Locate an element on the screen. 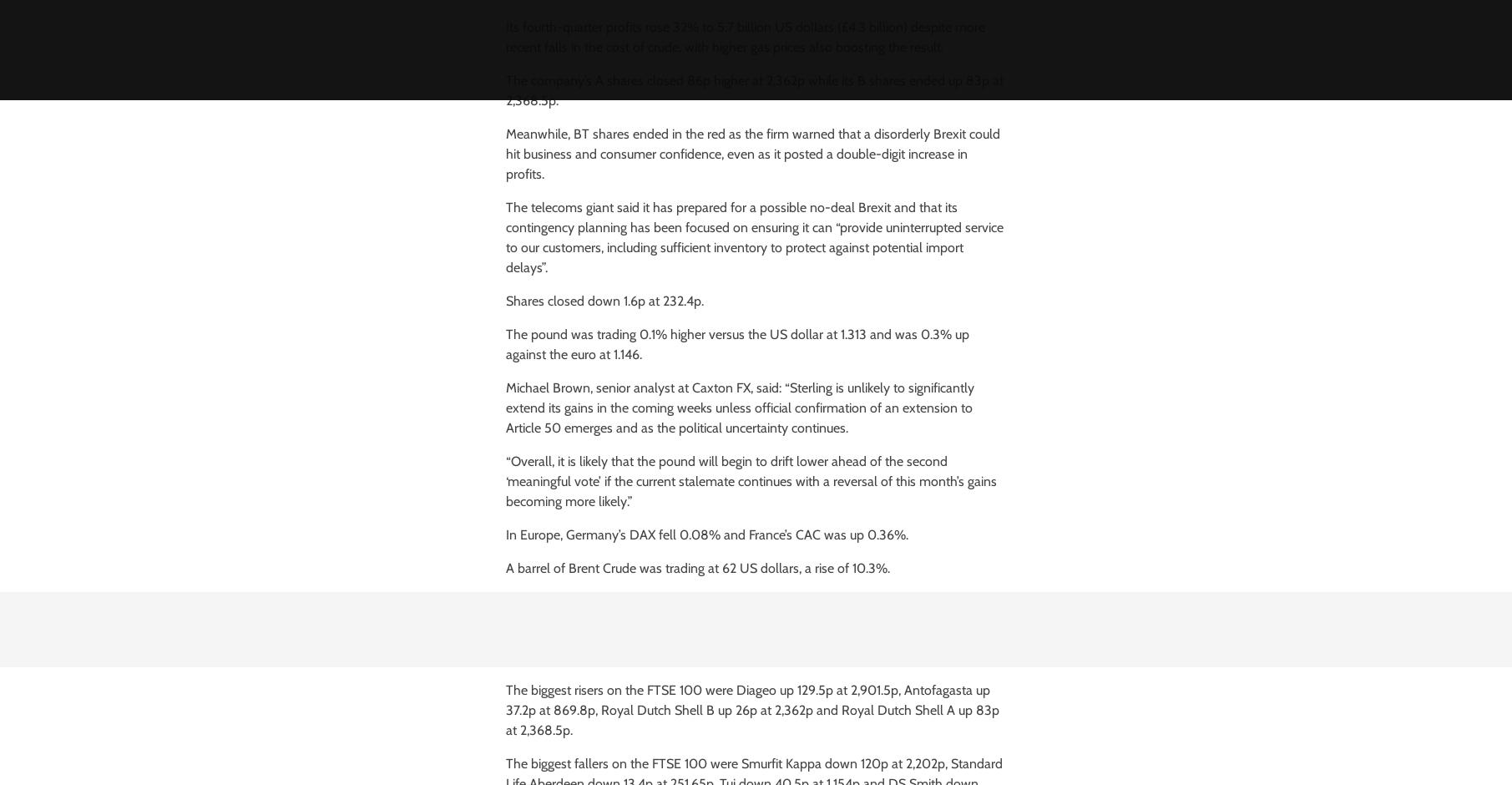  'The biggest risers on the FTSE 100 were Diageo up 129.5p at 2,901.5p, Antofagasta up 37.2p at 869.8p, Royal Dutch Shell B up 26p at 2,362p and Royal Dutch Shell A up 83p at 2,368.5p.' is located at coordinates (751, 709).